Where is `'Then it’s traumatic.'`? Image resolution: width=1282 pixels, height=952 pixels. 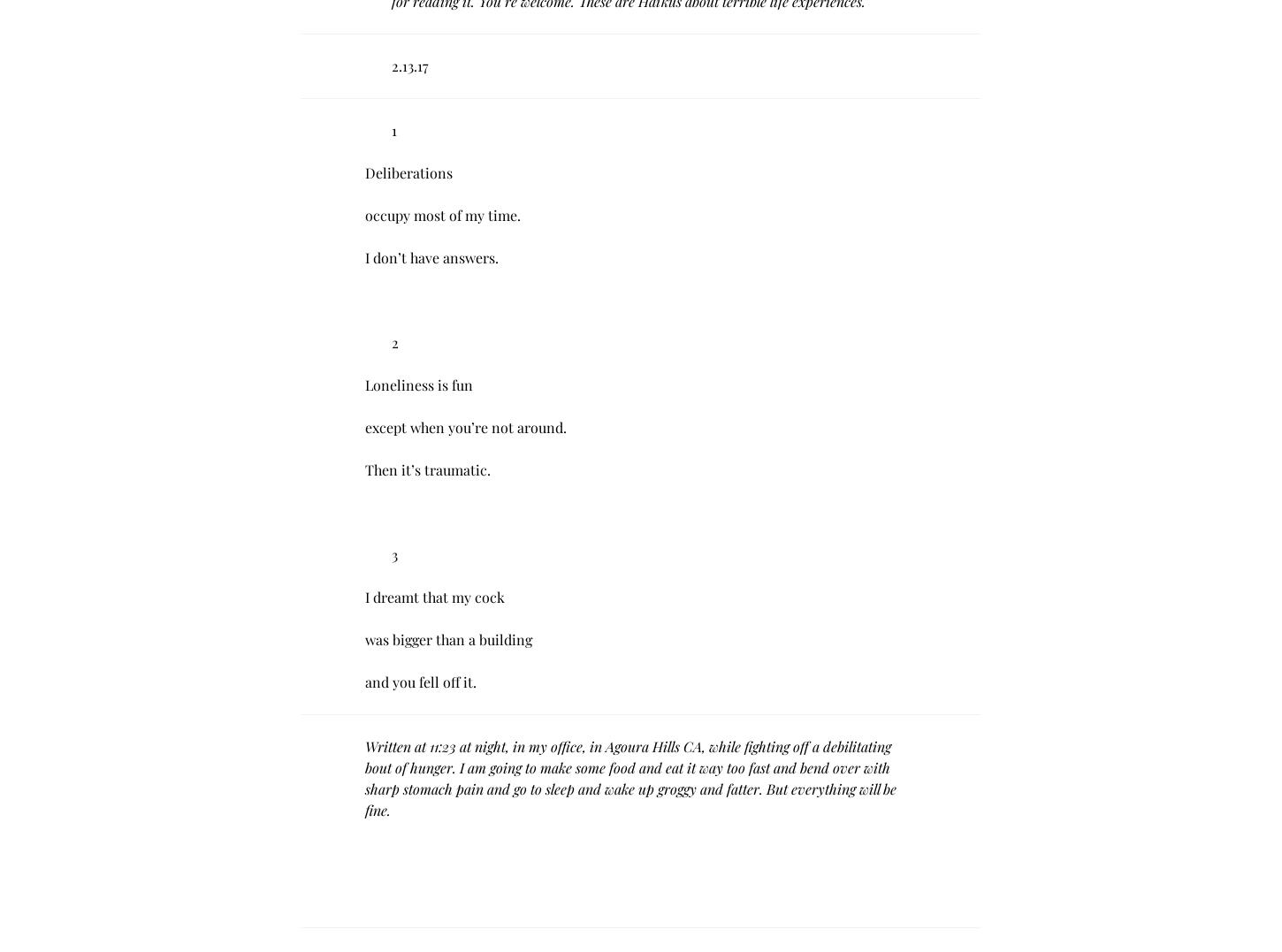 'Then it’s traumatic.' is located at coordinates (363, 468).